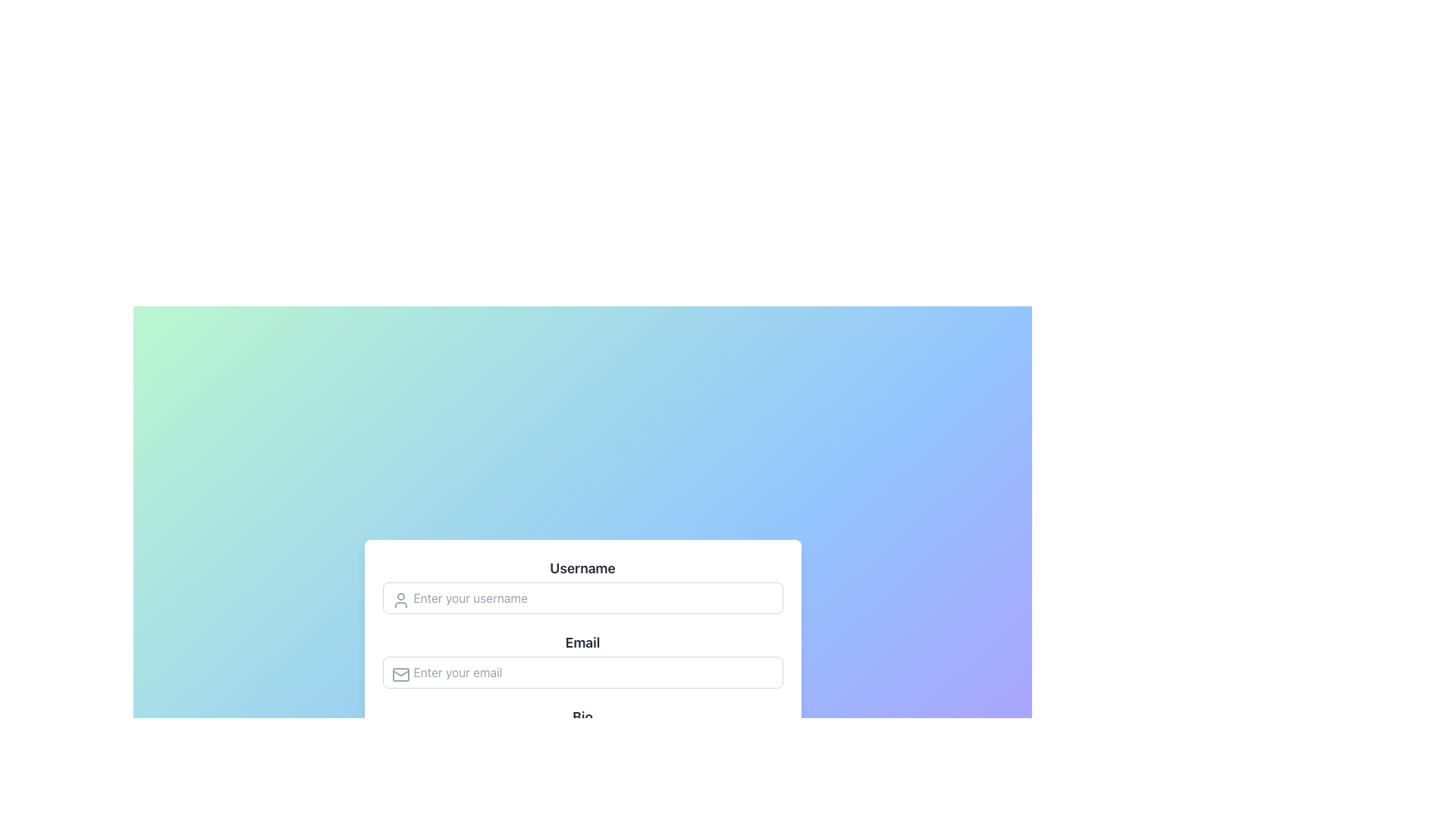 Image resolution: width=1456 pixels, height=819 pixels. I want to click on the Text Label that provides context for the bio input field, so click(582, 717).